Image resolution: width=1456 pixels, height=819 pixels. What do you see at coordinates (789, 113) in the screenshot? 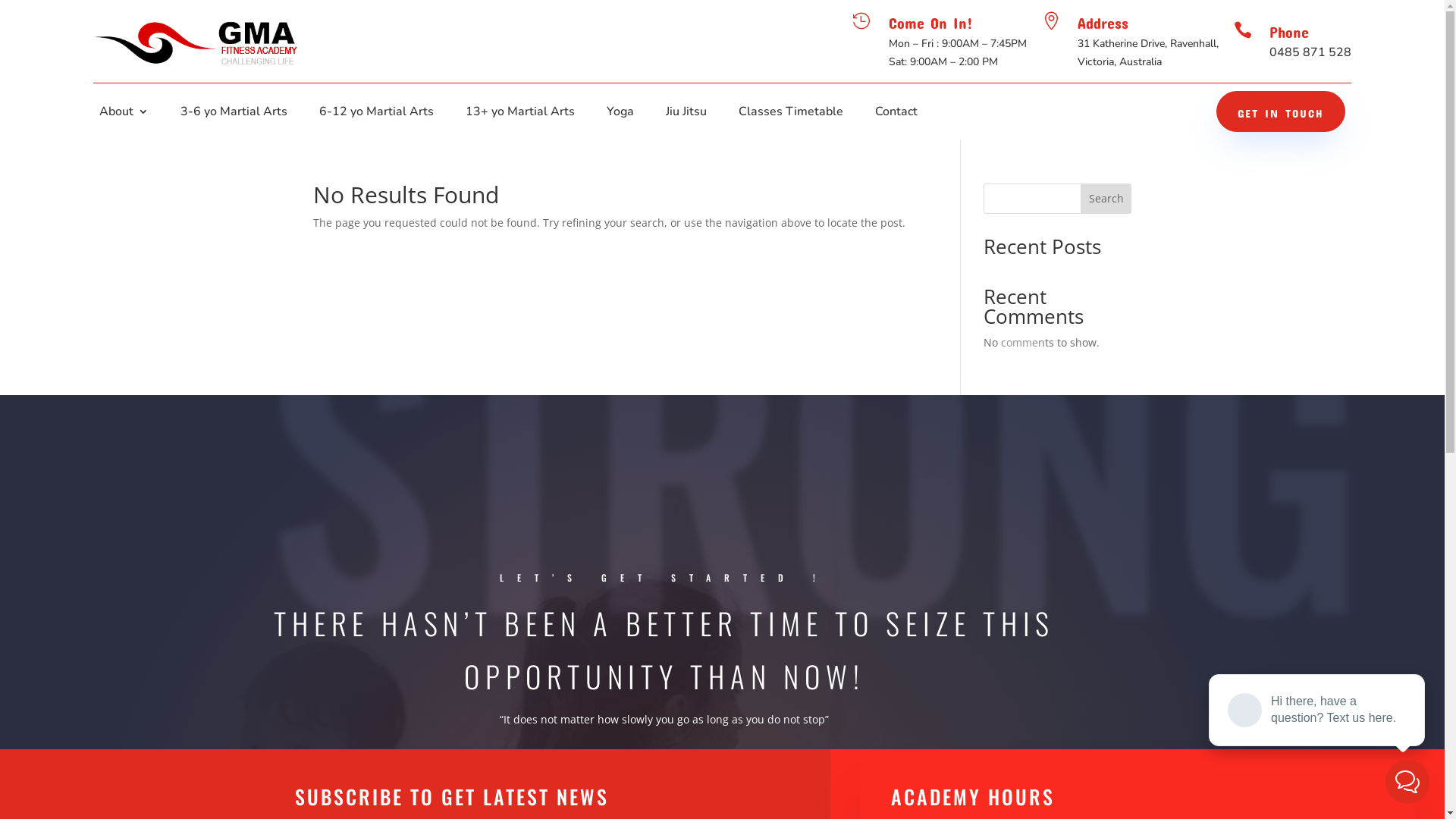
I see `'Classes Timetable'` at bounding box center [789, 113].